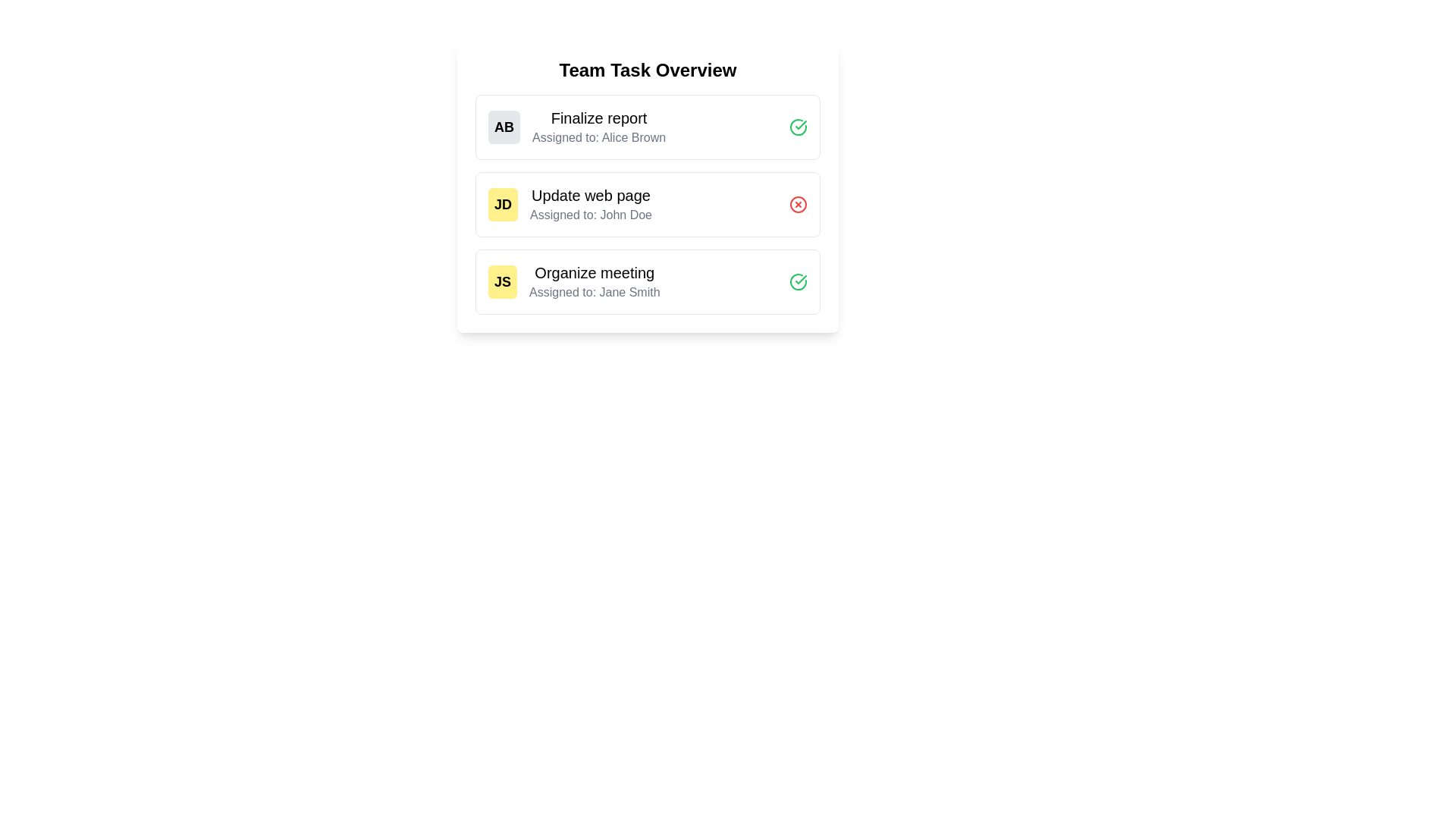  I want to click on text label displaying the title of the third task item in the 'Team Task Overview' card, located to the right of the 'JS' icon and above 'Assigned to: Jane Smith', so click(594, 271).